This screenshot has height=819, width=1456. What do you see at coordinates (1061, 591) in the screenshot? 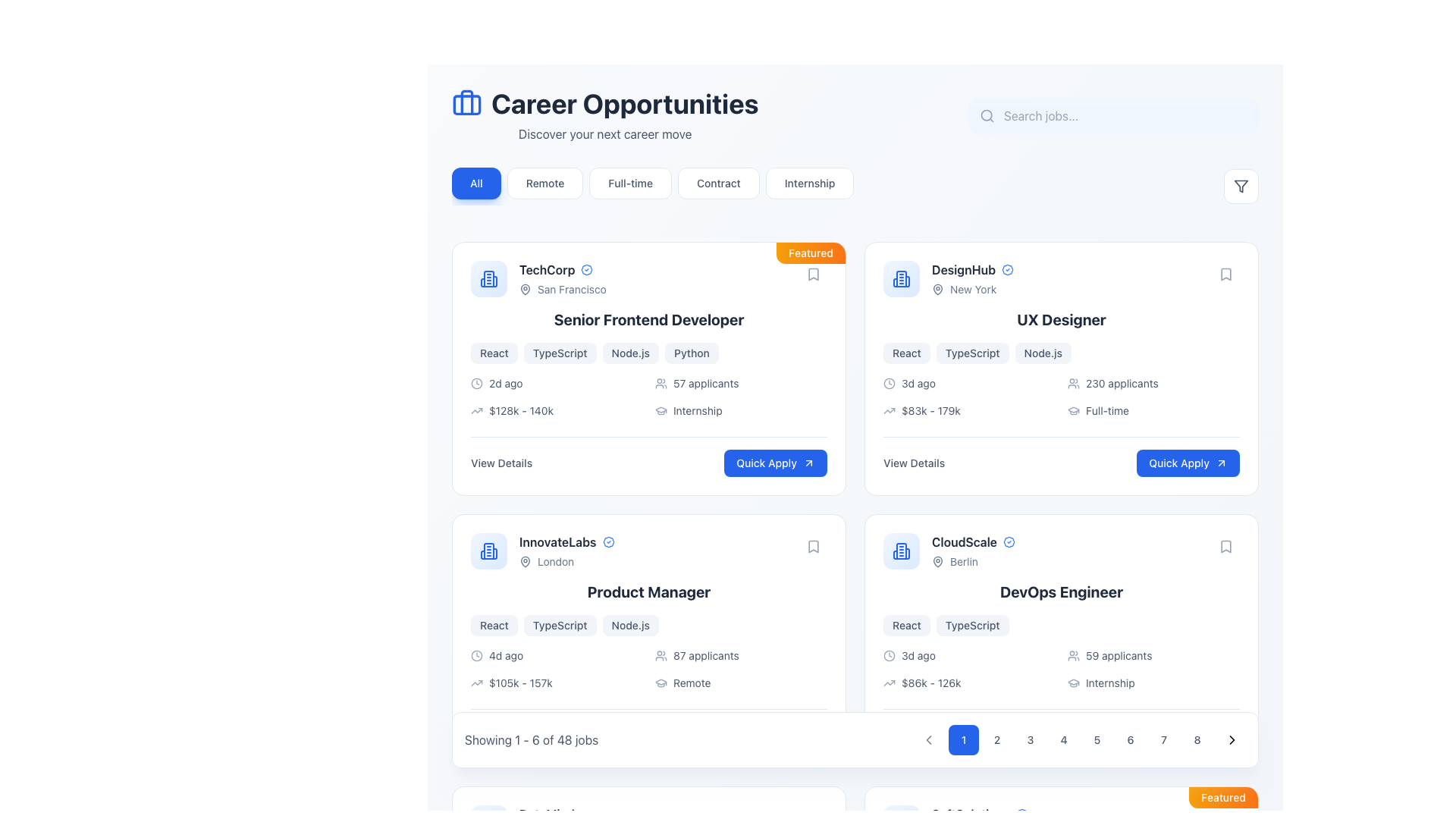
I see `text from the bold, dark 'DevOps Engineer' label that is centrally positioned at the bottom-right of the job listing card, located below the 'CloudScale Berlin' header` at bounding box center [1061, 591].